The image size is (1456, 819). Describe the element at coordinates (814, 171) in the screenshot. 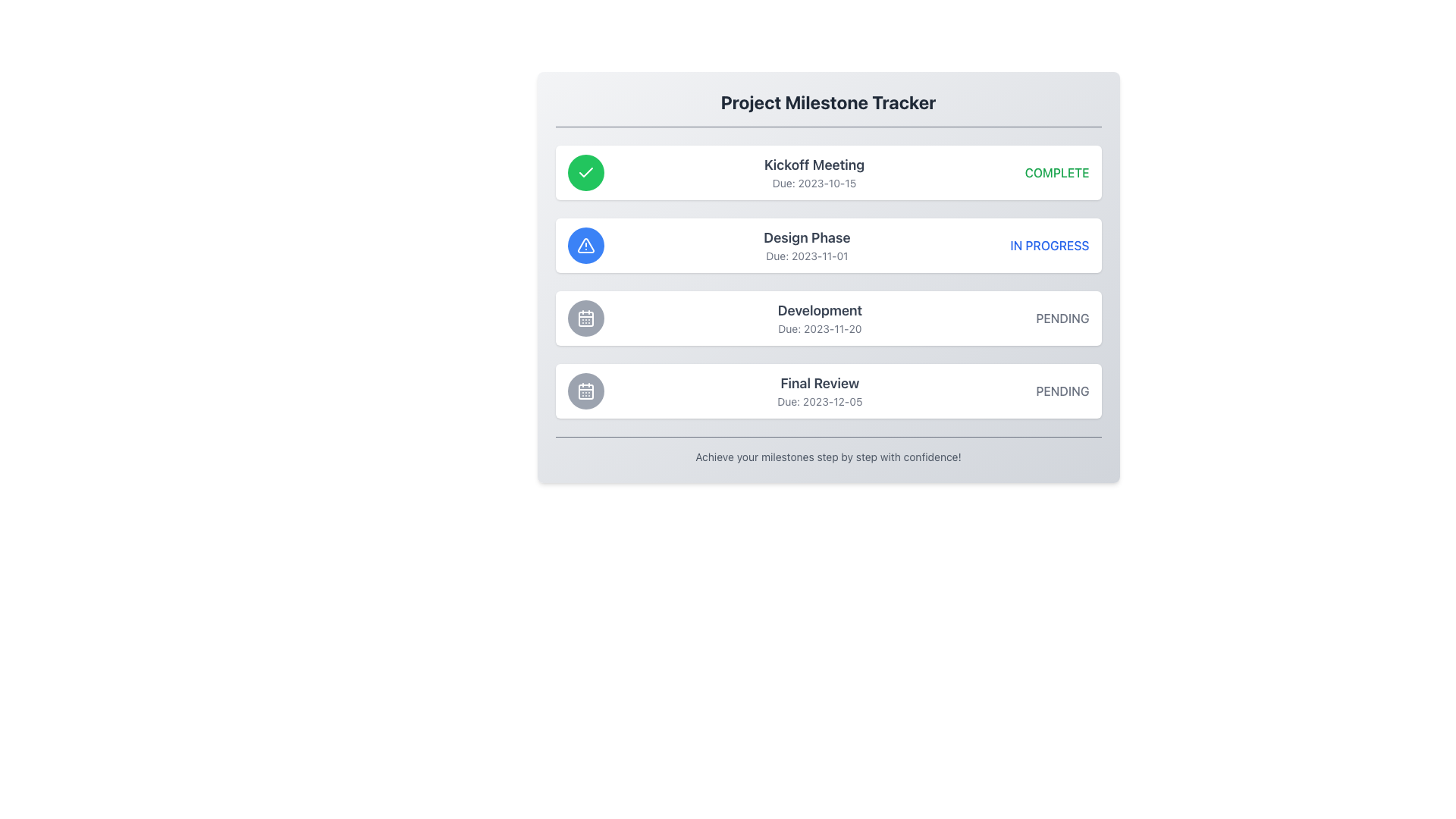

I see `the text label indicating the title and due date of the milestone task 'Kickoff Meeting' with due date '2023-10-15', located in the card-like structure near the top of the layout` at that location.